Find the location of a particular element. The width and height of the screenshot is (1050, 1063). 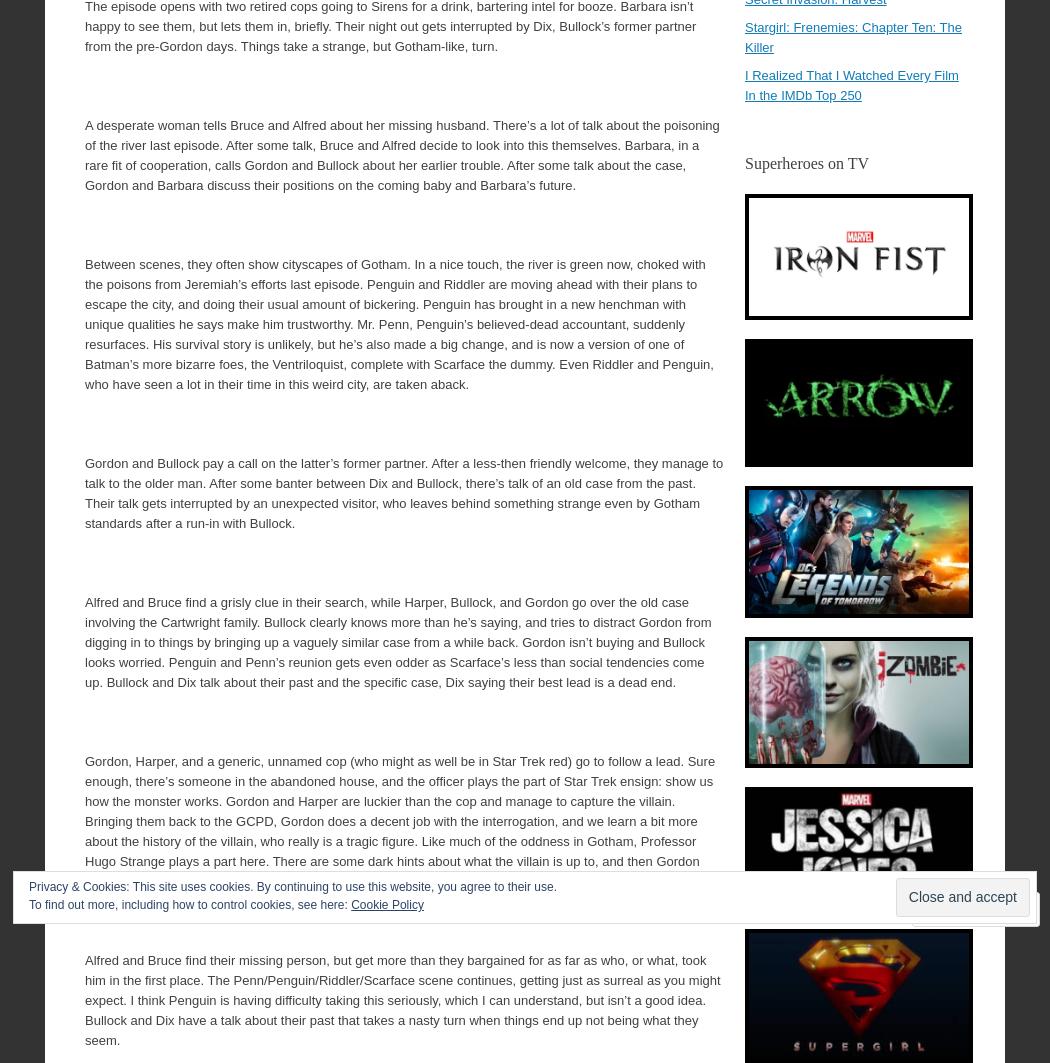

'Alfred and Bruce find their missing person, but get more than they bargained for as far as who, or what, took him in the first place. The Penn/Penguin/Riddler/Scarface scene continues, getting just as surreal as you might expect. I think Penguin is having difficulty taking this seriously, which I can understand, but isn’t a good idea. Bullock and Dix have a talk about their past that takes a nasty turn when things end up not being what they seem.' is located at coordinates (402, 999).